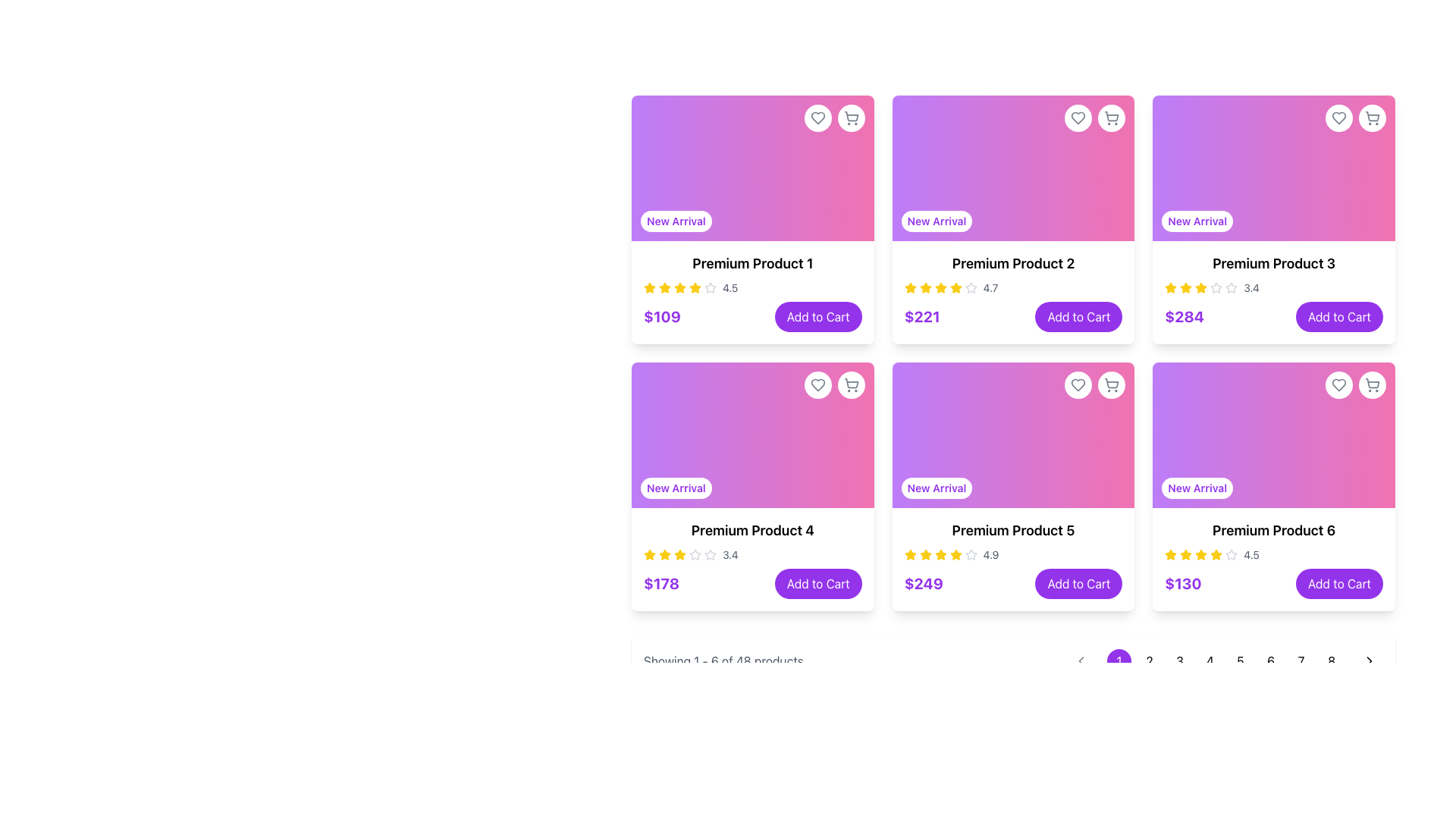 Image resolution: width=1456 pixels, height=819 pixels. What do you see at coordinates (833, 384) in the screenshot?
I see `the right button with the shopping cart icon to add the item to the cart` at bounding box center [833, 384].